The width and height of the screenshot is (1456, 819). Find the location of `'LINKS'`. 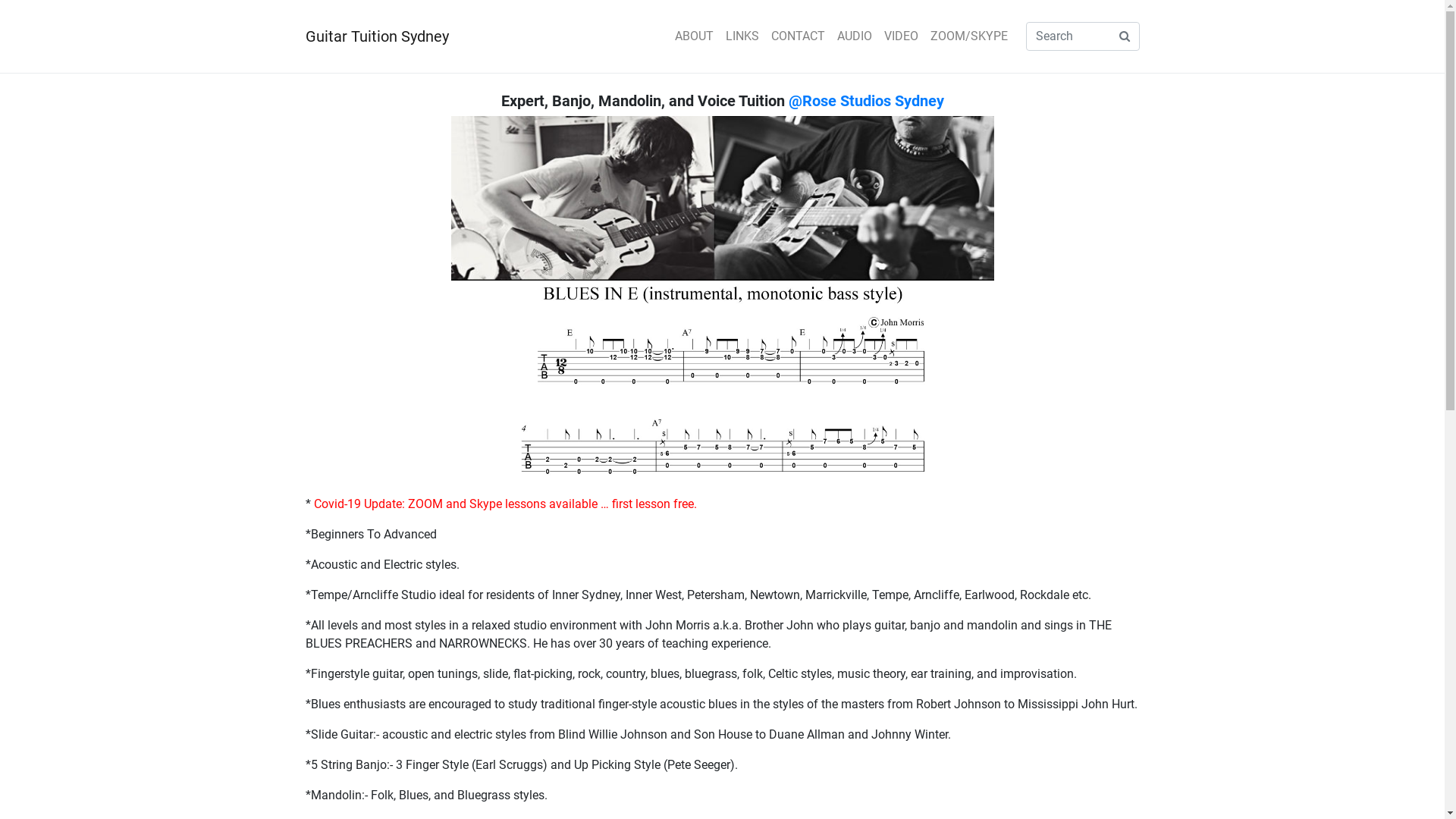

'LINKS' is located at coordinates (742, 35).